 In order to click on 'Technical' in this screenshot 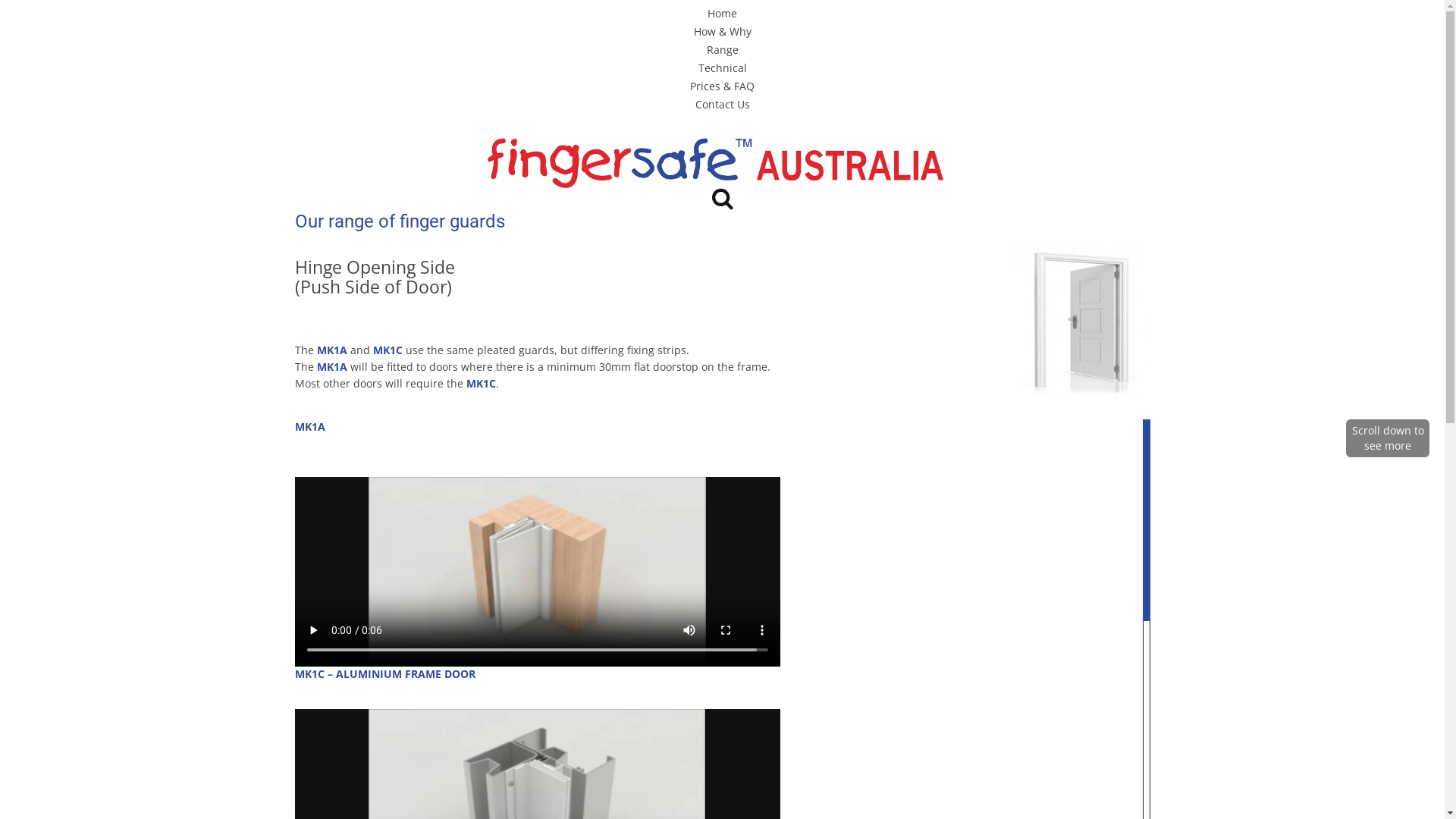, I will do `click(720, 67)`.